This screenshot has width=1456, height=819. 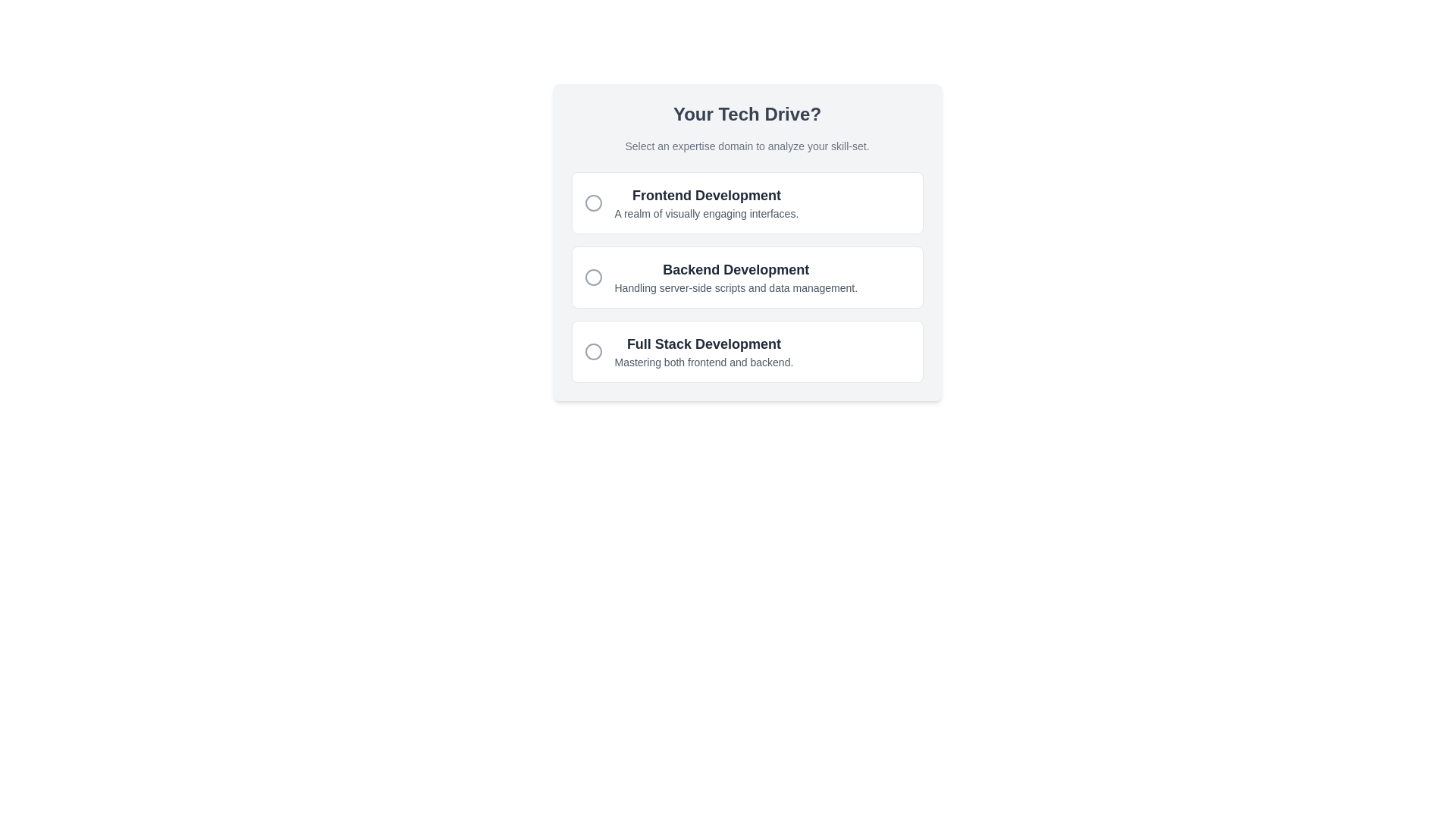 What do you see at coordinates (747, 278) in the screenshot?
I see `the second selectable list item for backend development using keyboard navigation` at bounding box center [747, 278].